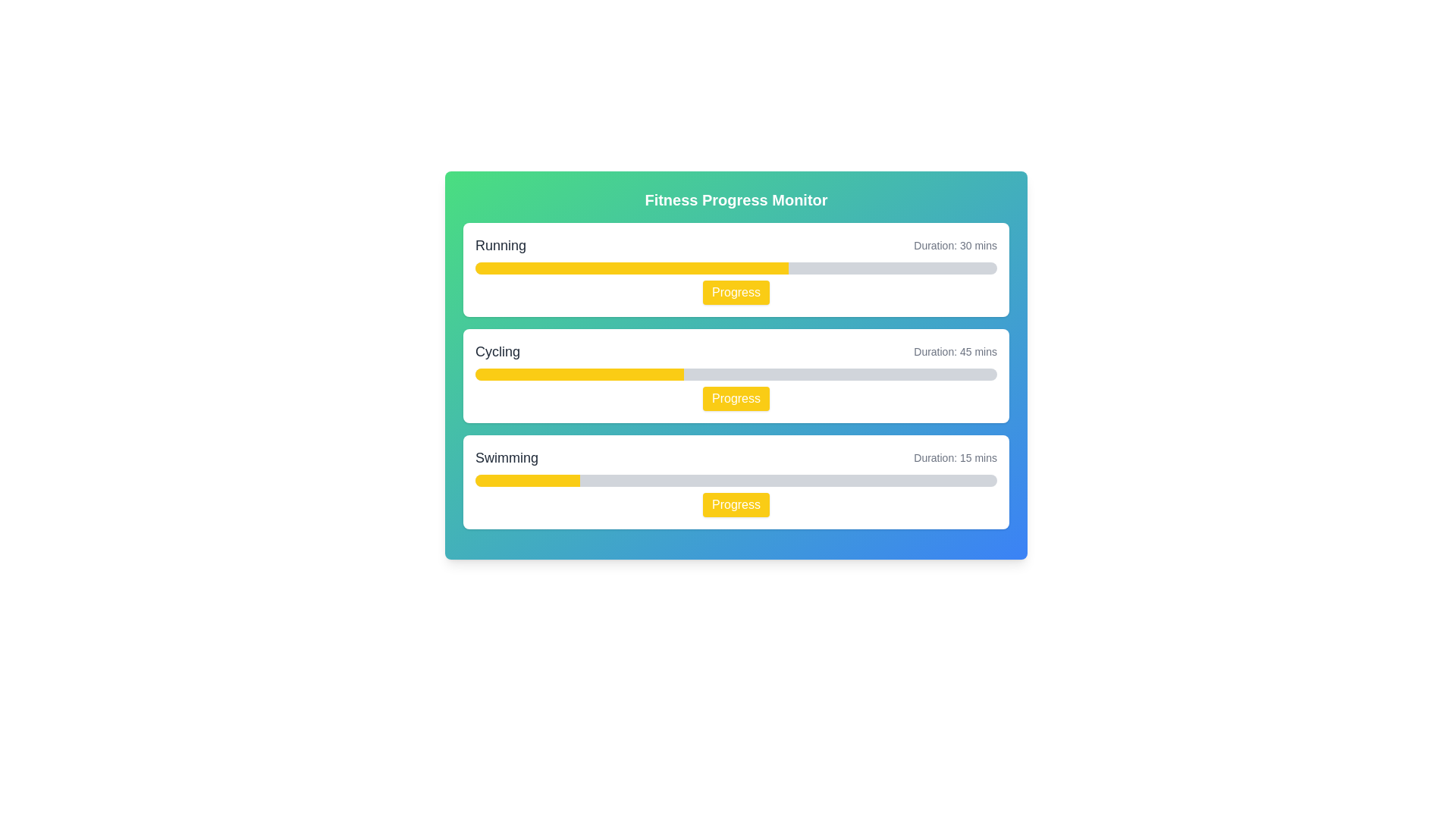 The image size is (1456, 819). Describe the element at coordinates (527, 480) in the screenshot. I see `the yellow progress indicator bar within the third progress bar labeled 'Swimming', which indicates low completion at 20%` at that location.